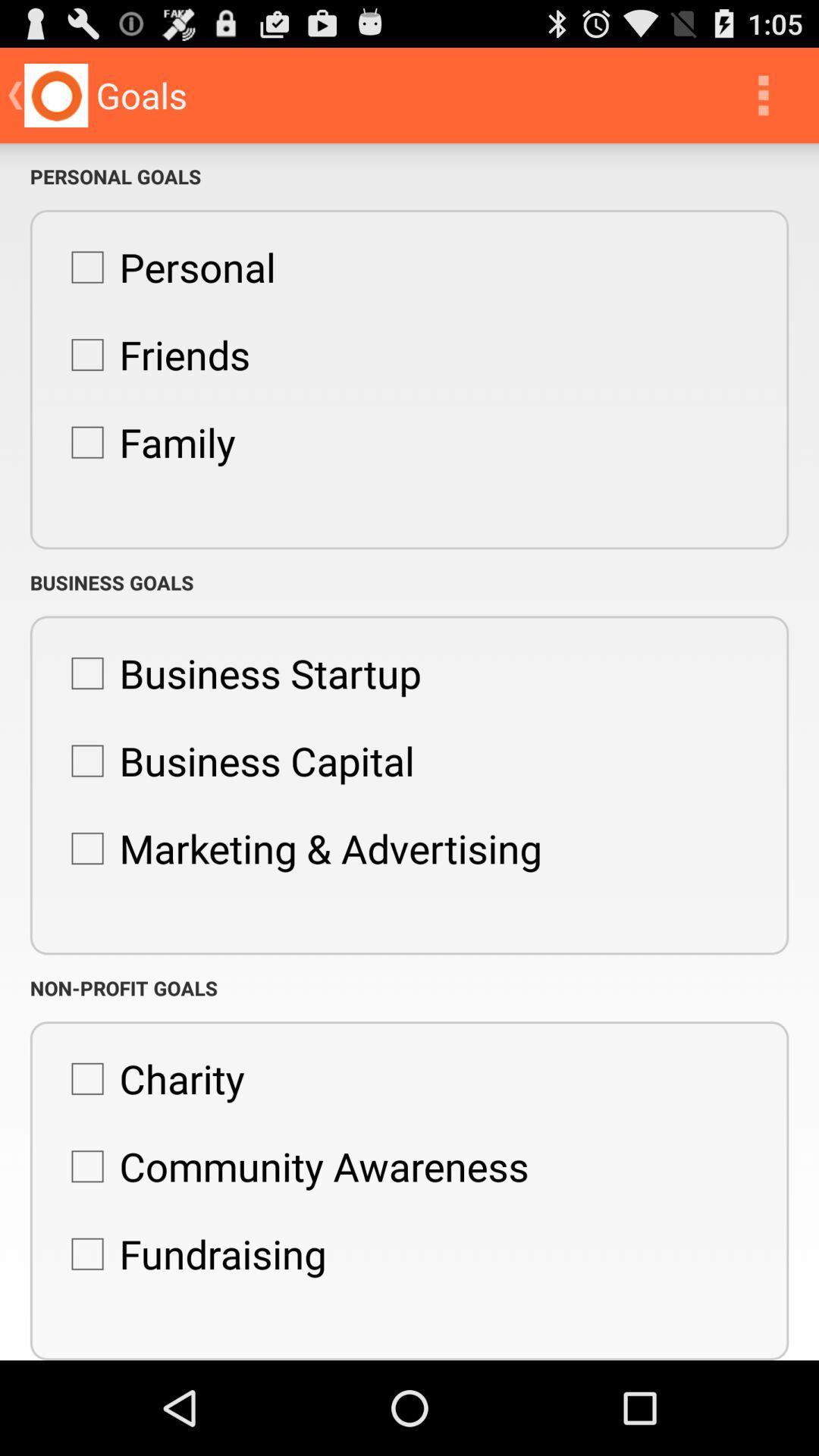  I want to click on the icon below the community awareness item, so click(190, 1254).